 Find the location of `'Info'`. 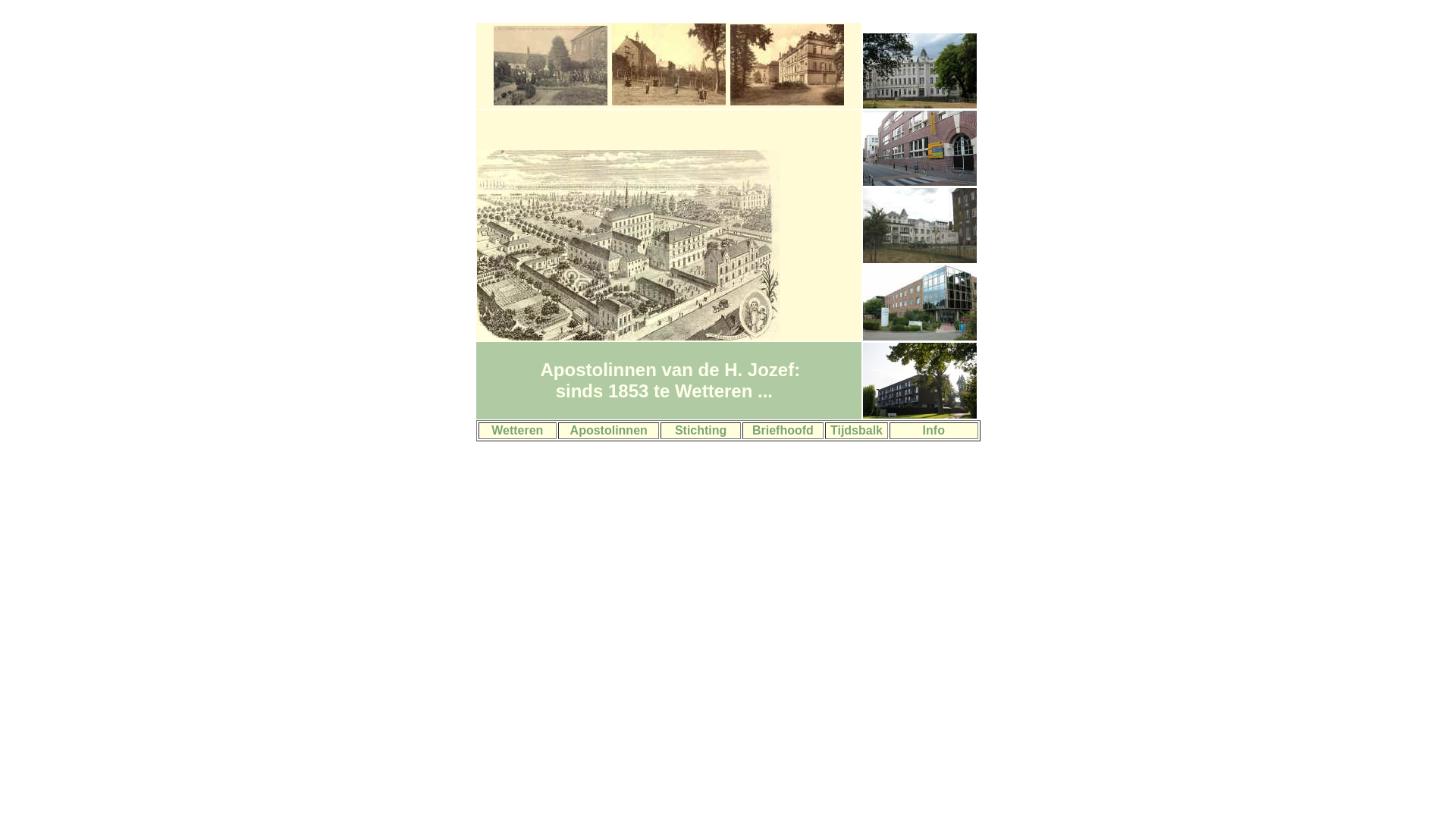

'Info' is located at coordinates (933, 430).